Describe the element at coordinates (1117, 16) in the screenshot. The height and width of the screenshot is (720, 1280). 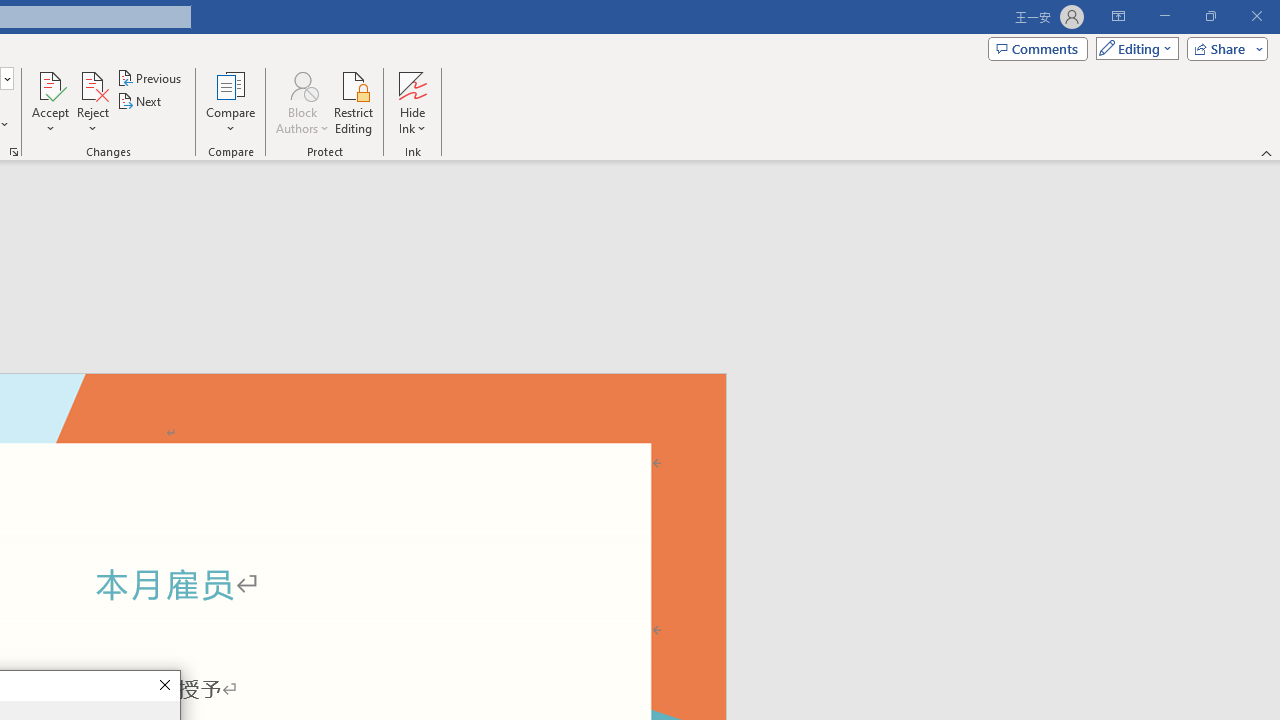
I see `'Ribbon Display Options'` at that location.